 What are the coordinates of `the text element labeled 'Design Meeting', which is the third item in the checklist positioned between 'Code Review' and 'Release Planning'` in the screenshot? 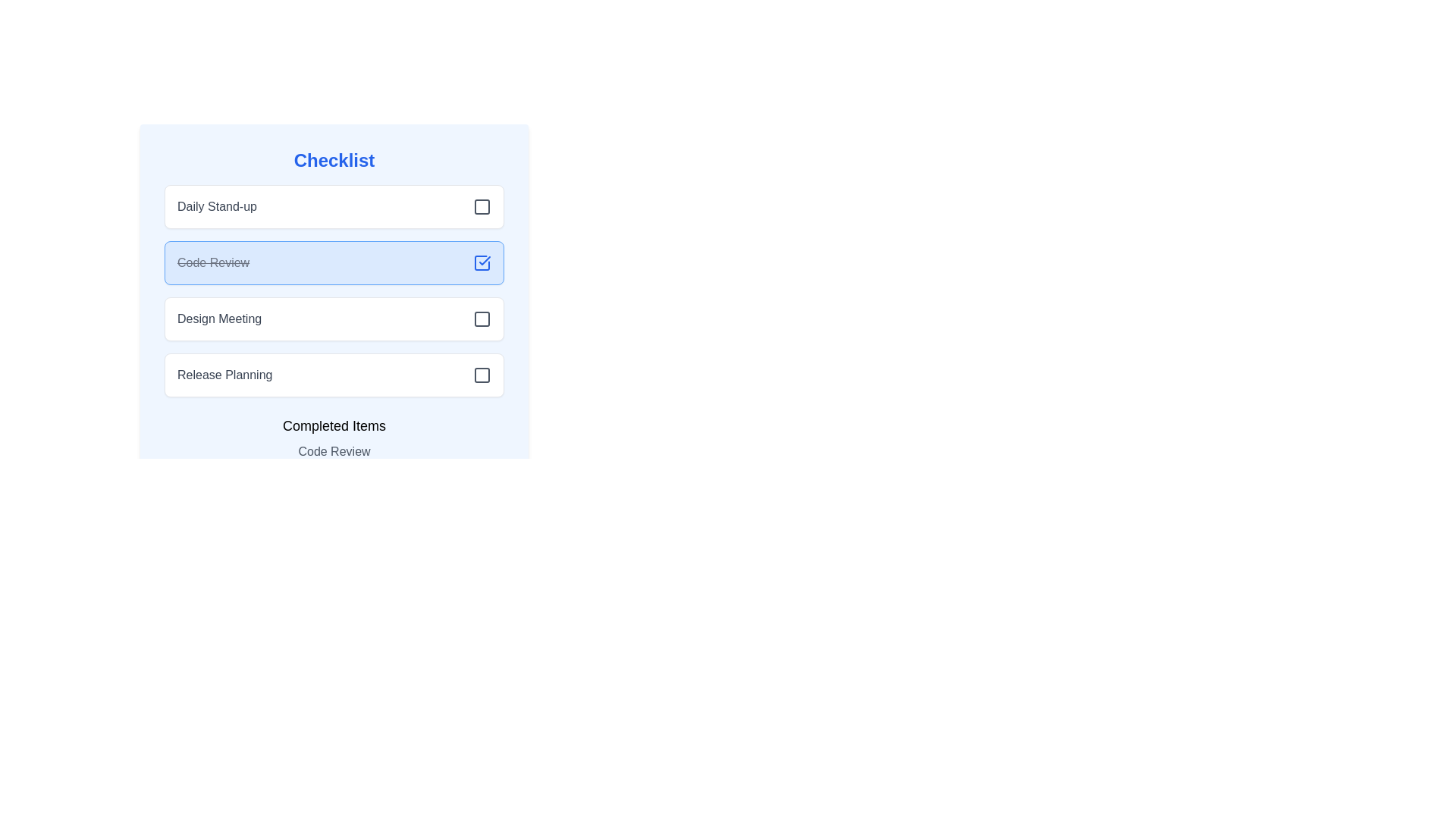 It's located at (218, 318).